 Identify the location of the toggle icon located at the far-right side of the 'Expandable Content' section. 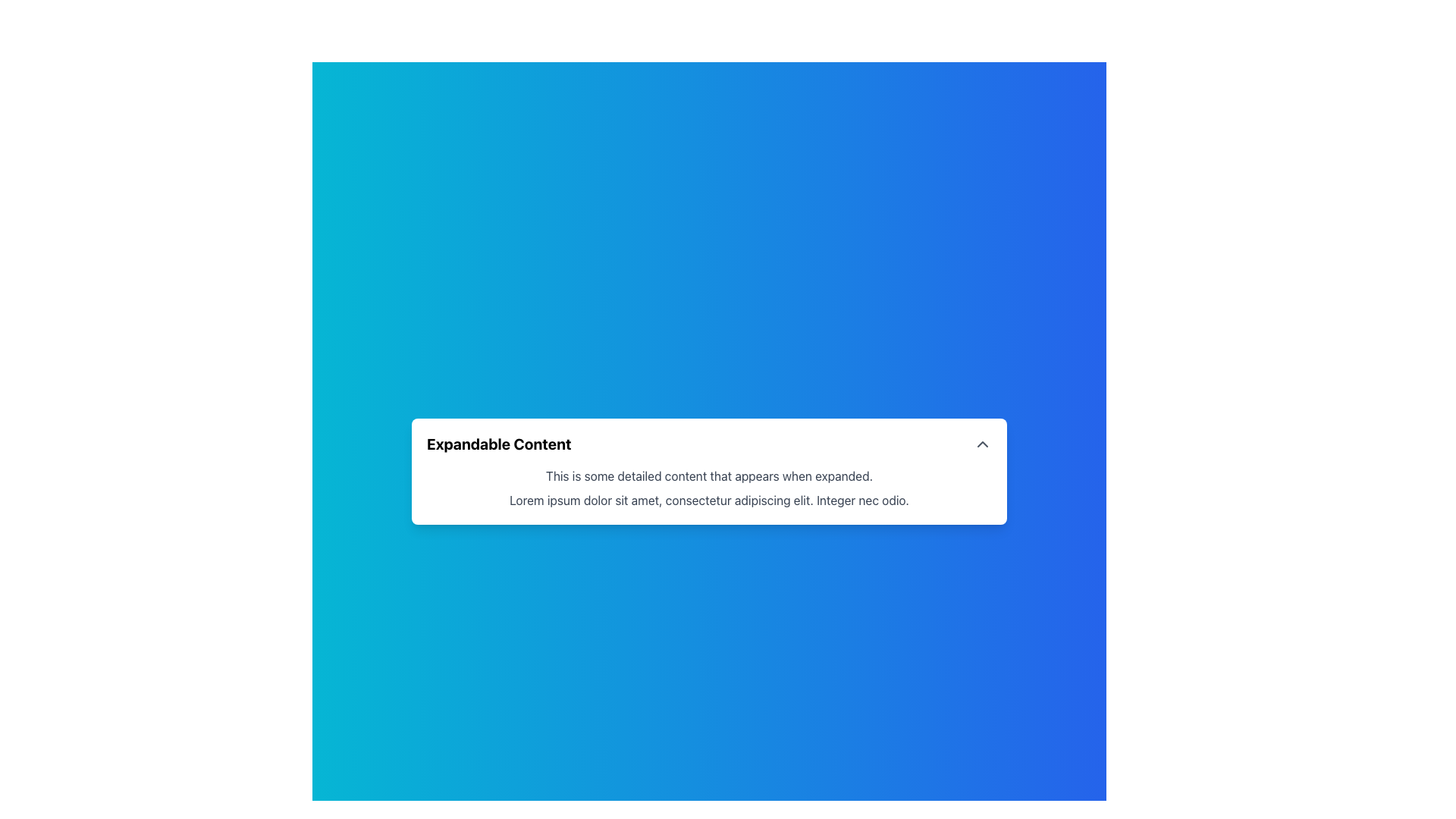
(983, 444).